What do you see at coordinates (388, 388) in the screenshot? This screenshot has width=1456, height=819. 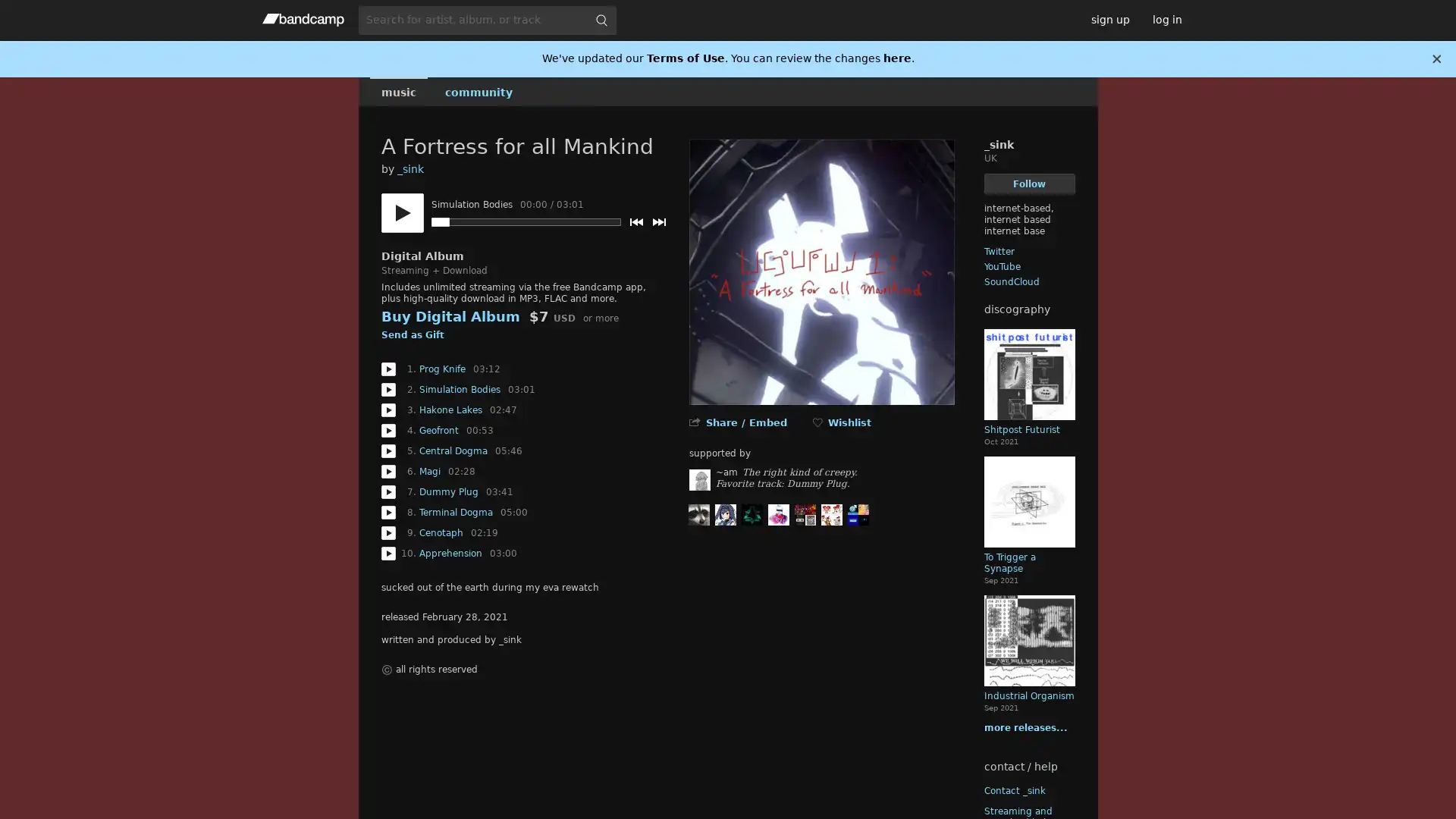 I see `Play Simulation Bodies` at bounding box center [388, 388].